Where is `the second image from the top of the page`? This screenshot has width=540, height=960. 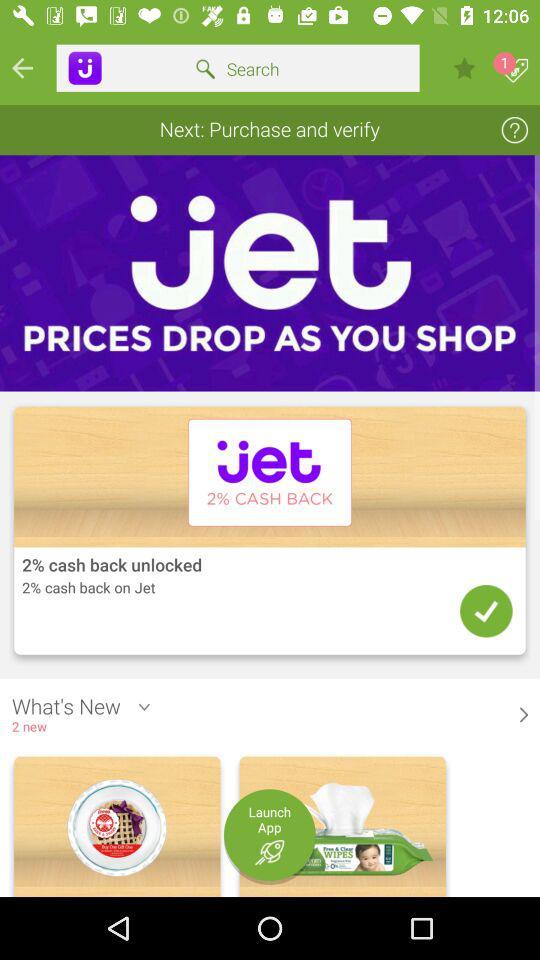
the second image from the top of the page is located at coordinates (270, 532).